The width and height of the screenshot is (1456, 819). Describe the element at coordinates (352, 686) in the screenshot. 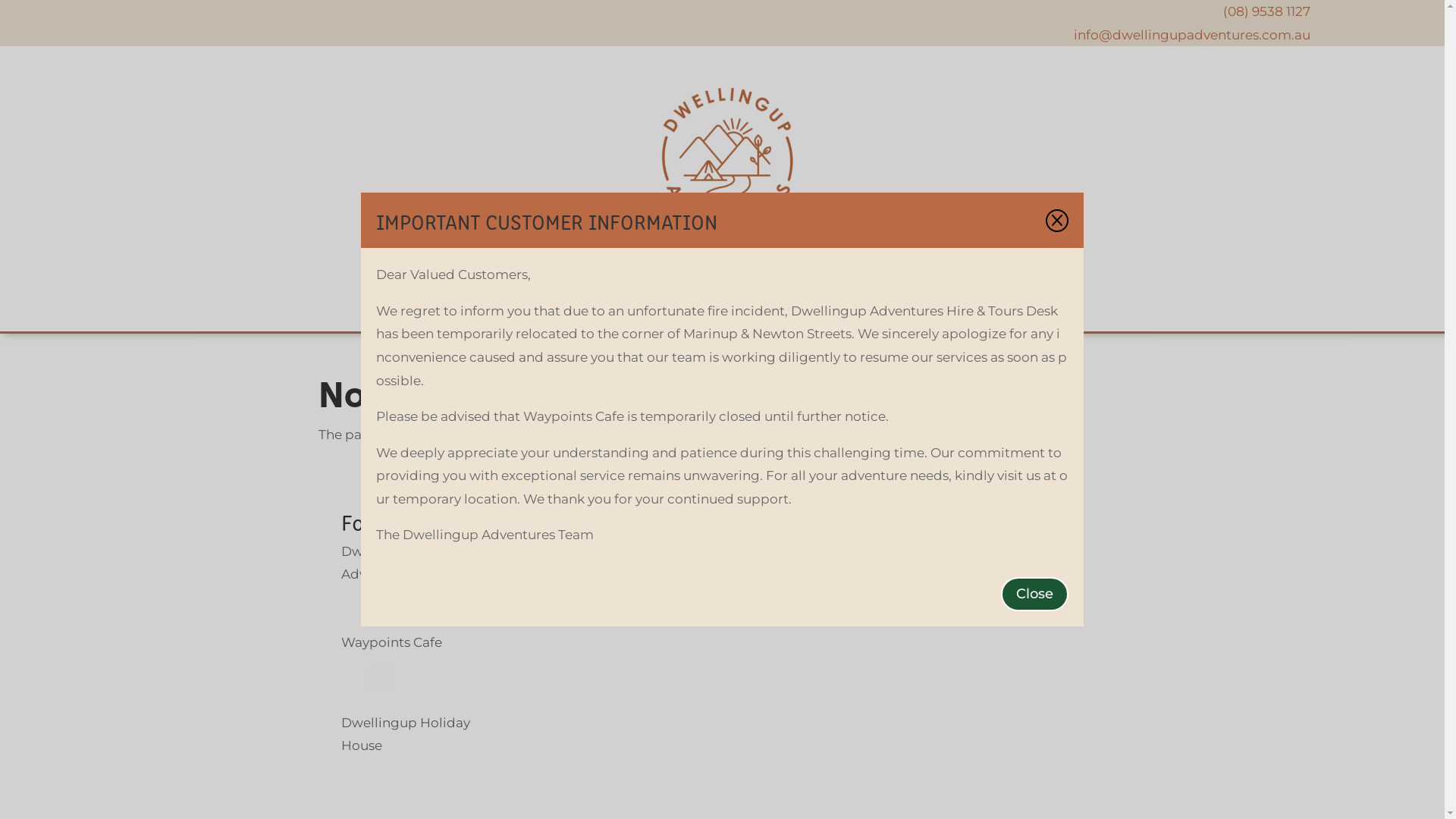

I see `'Follow Waypoints Cafe on Facebook'` at that location.